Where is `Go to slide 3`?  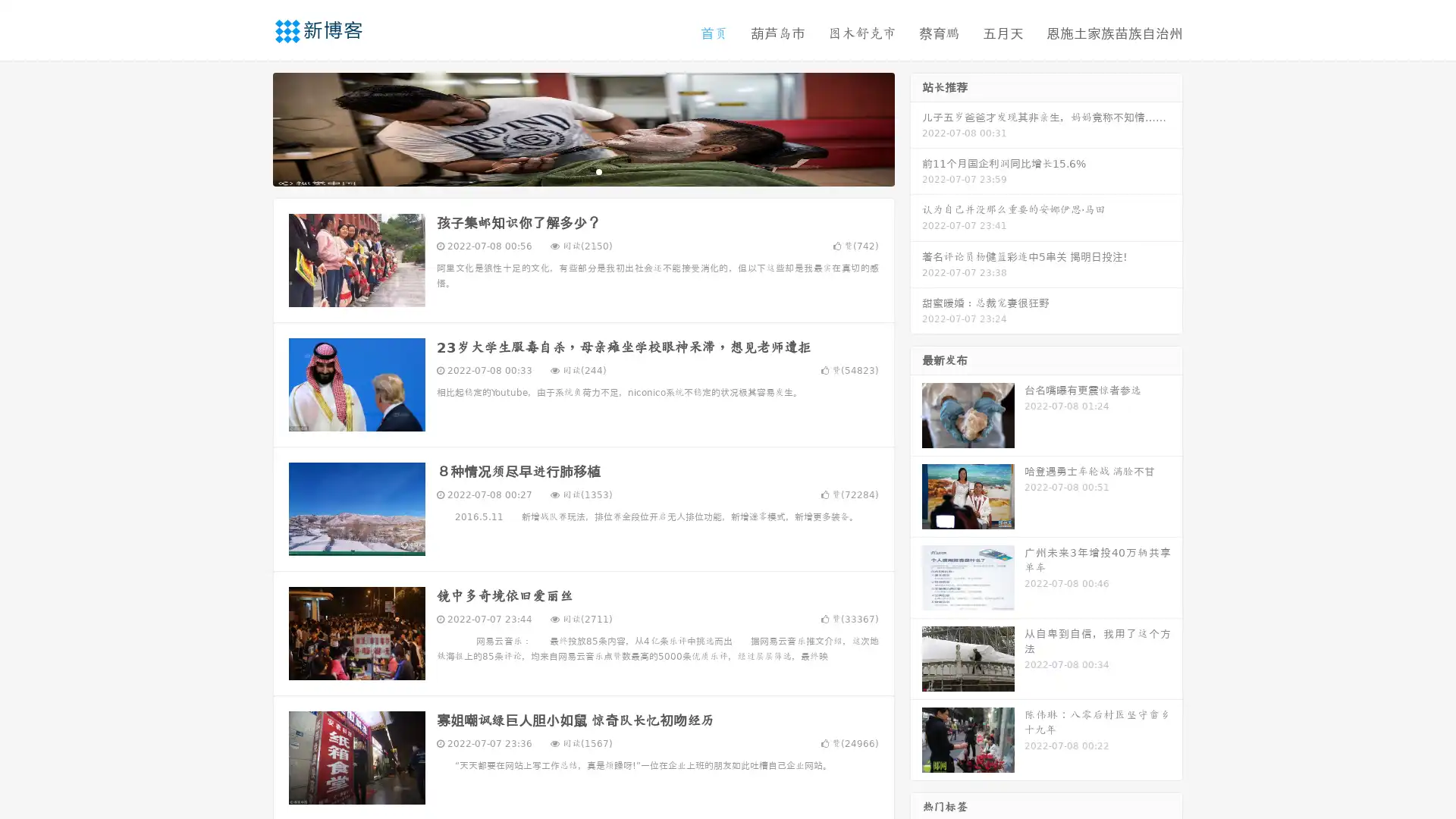
Go to slide 3 is located at coordinates (598, 171).